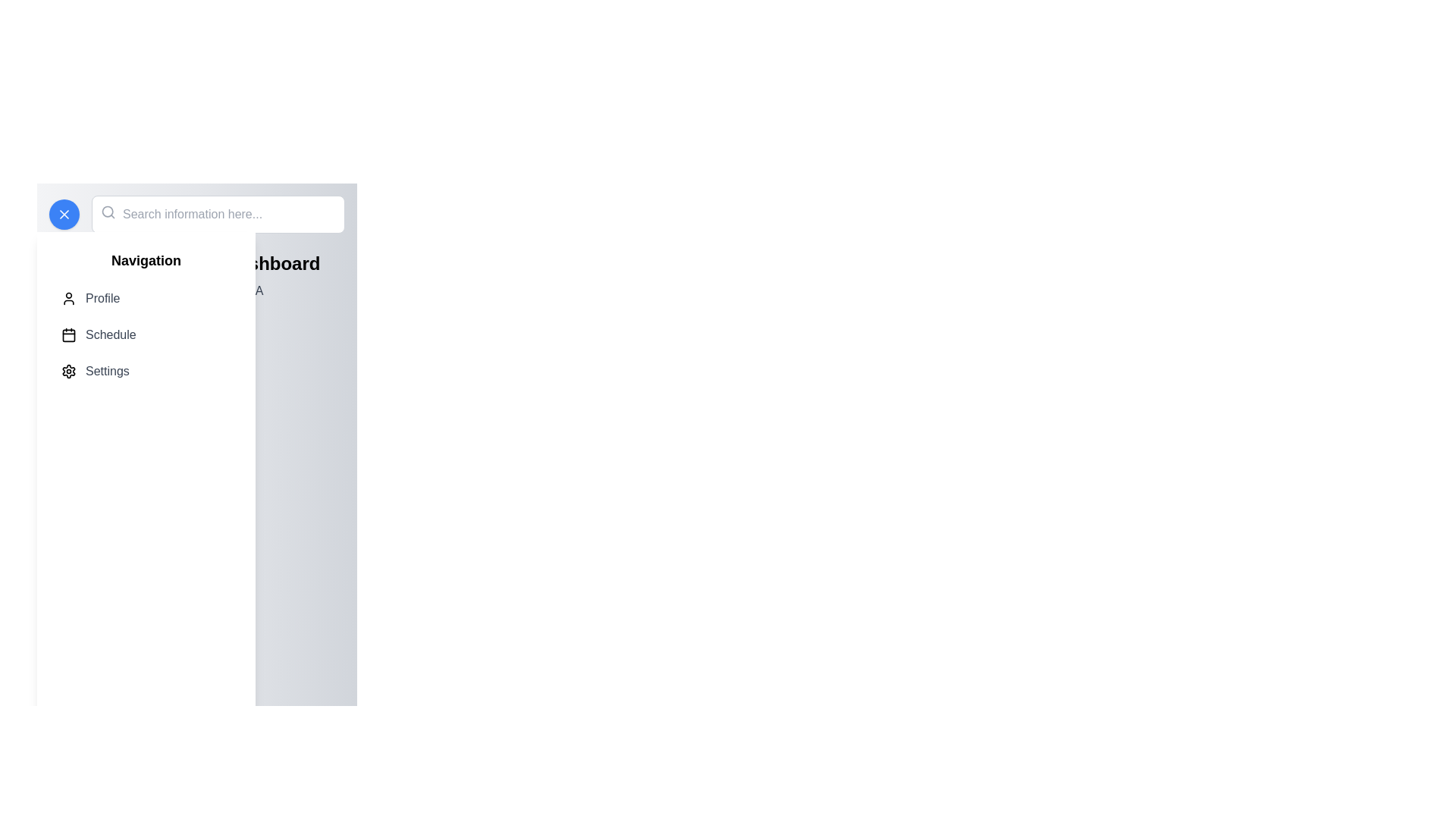 The height and width of the screenshot is (819, 1456). Describe the element at coordinates (146, 334) in the screenshot. I see `the second listed item in the navigation menu located under the 'Navigation' sidebar panel` at that location.